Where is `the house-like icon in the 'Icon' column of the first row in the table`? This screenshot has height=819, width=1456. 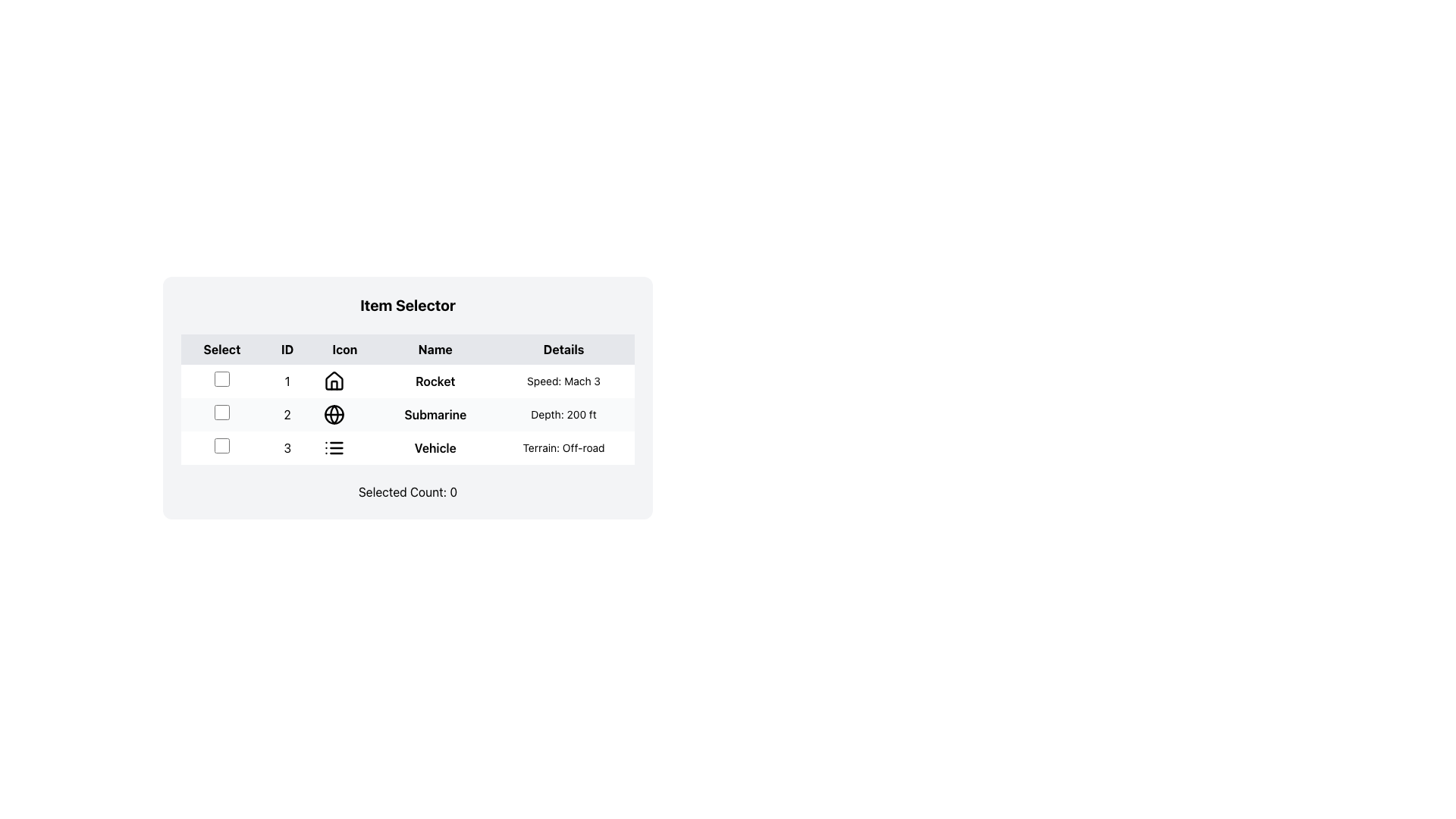 the house-like icon in the 'Icon' column of the first row in the table is located at coordinates (334, 384).